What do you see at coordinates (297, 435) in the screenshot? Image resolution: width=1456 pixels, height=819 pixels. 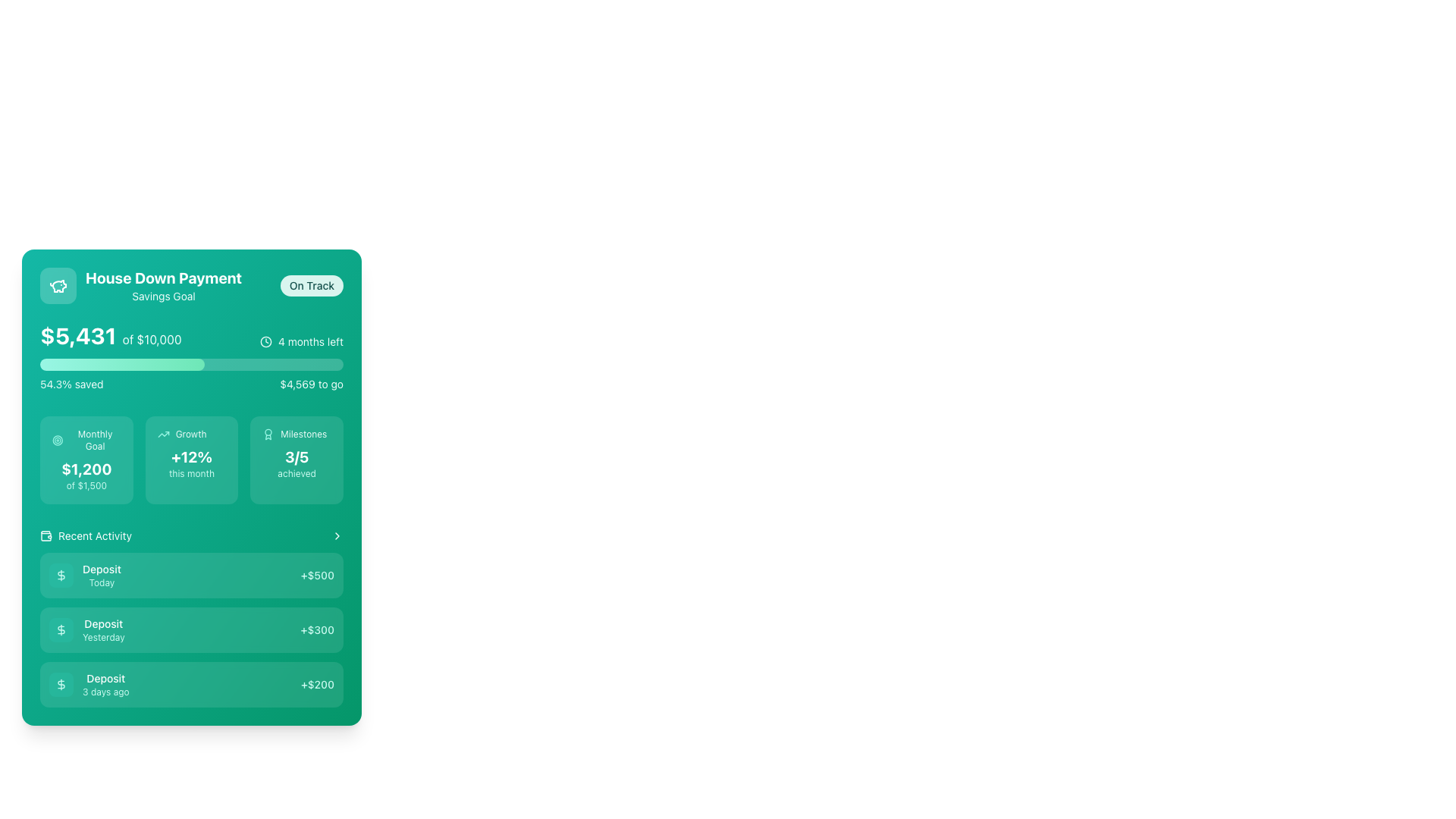 I see `the 'Milestones' text label with the adjacent award icon, located in the center-right area of the 'House Down Payment - Savings Goal' card` at bounding box center [297, 435].